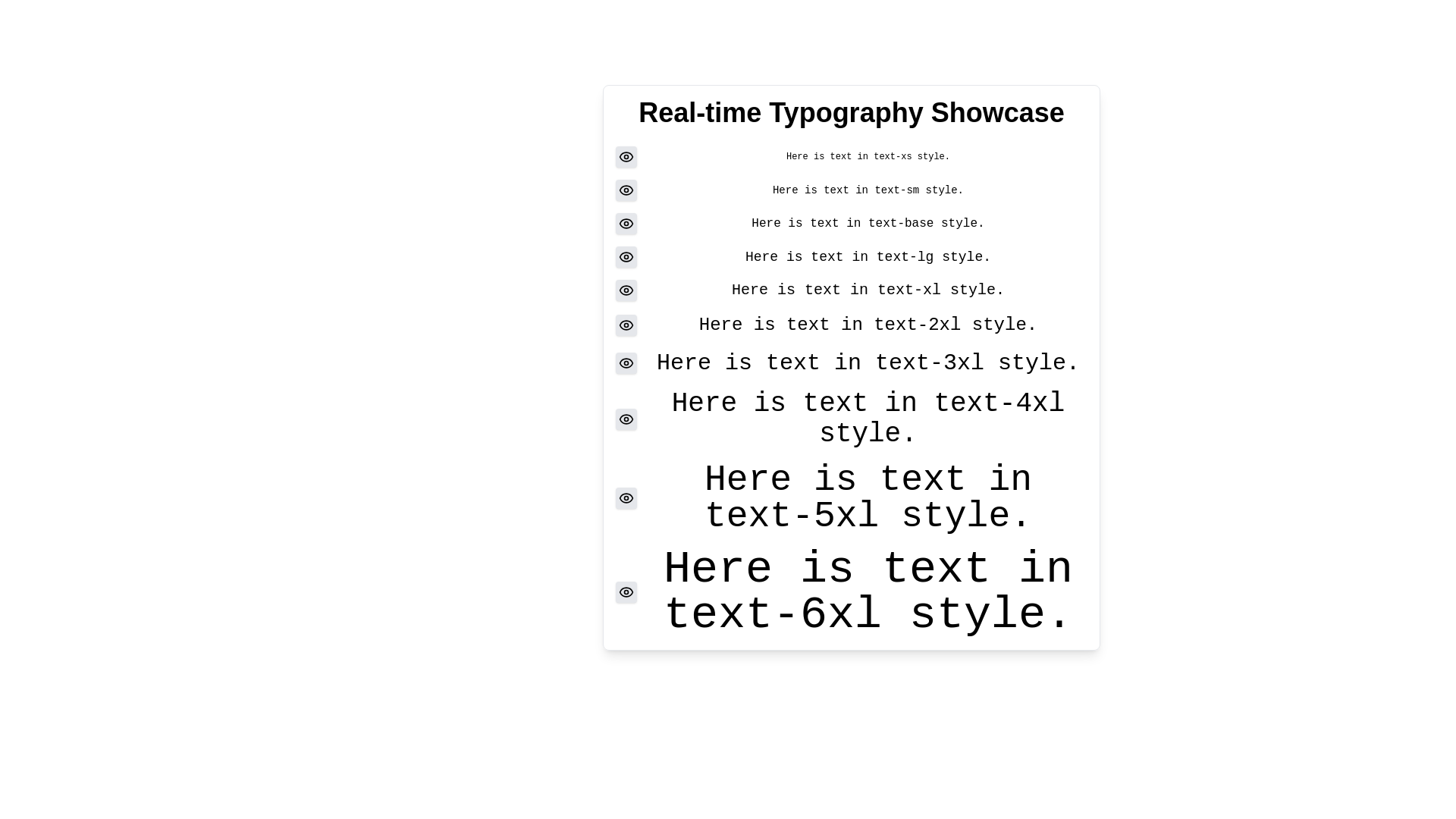 The height and width of the screenshot is (819, 1456). I want to click on the large static text block displaying 'Here is text in text-6xl style.' located at the bottom of the typographic showcase list, so click(868, 591).